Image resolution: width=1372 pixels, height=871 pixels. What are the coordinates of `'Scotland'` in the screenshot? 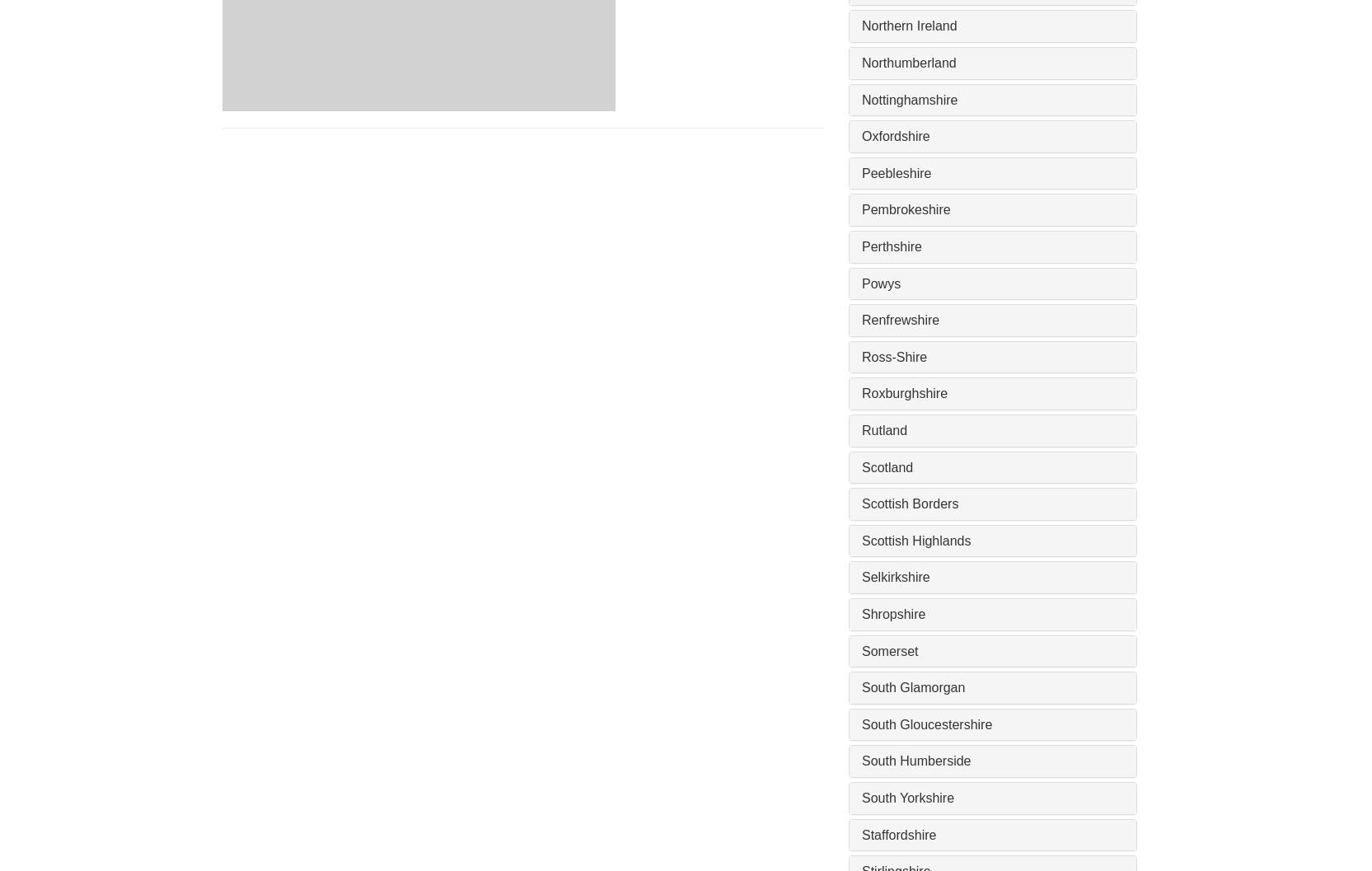 It's located at (860, 466).